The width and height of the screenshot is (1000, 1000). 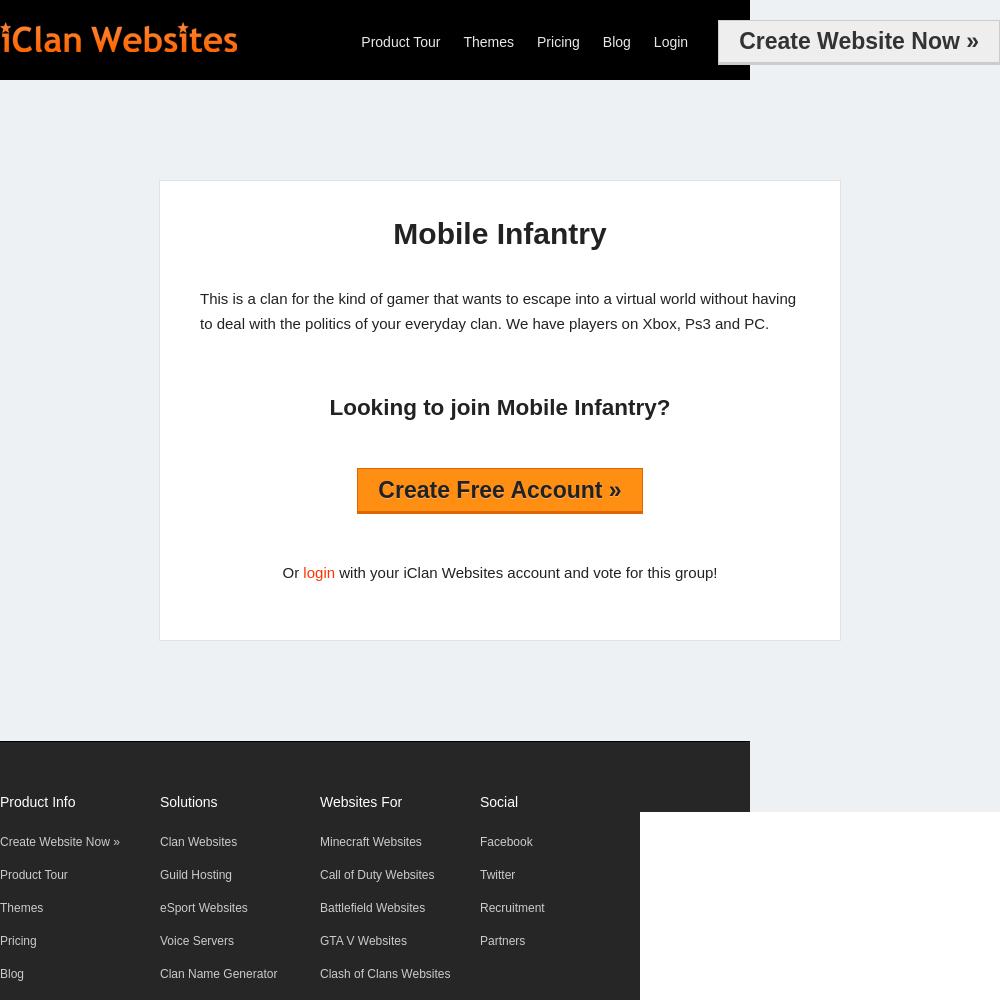 What do you see at coordinates (670, 42) in the screenshot?
I see `'Login'` at bounding box center [670, 42].